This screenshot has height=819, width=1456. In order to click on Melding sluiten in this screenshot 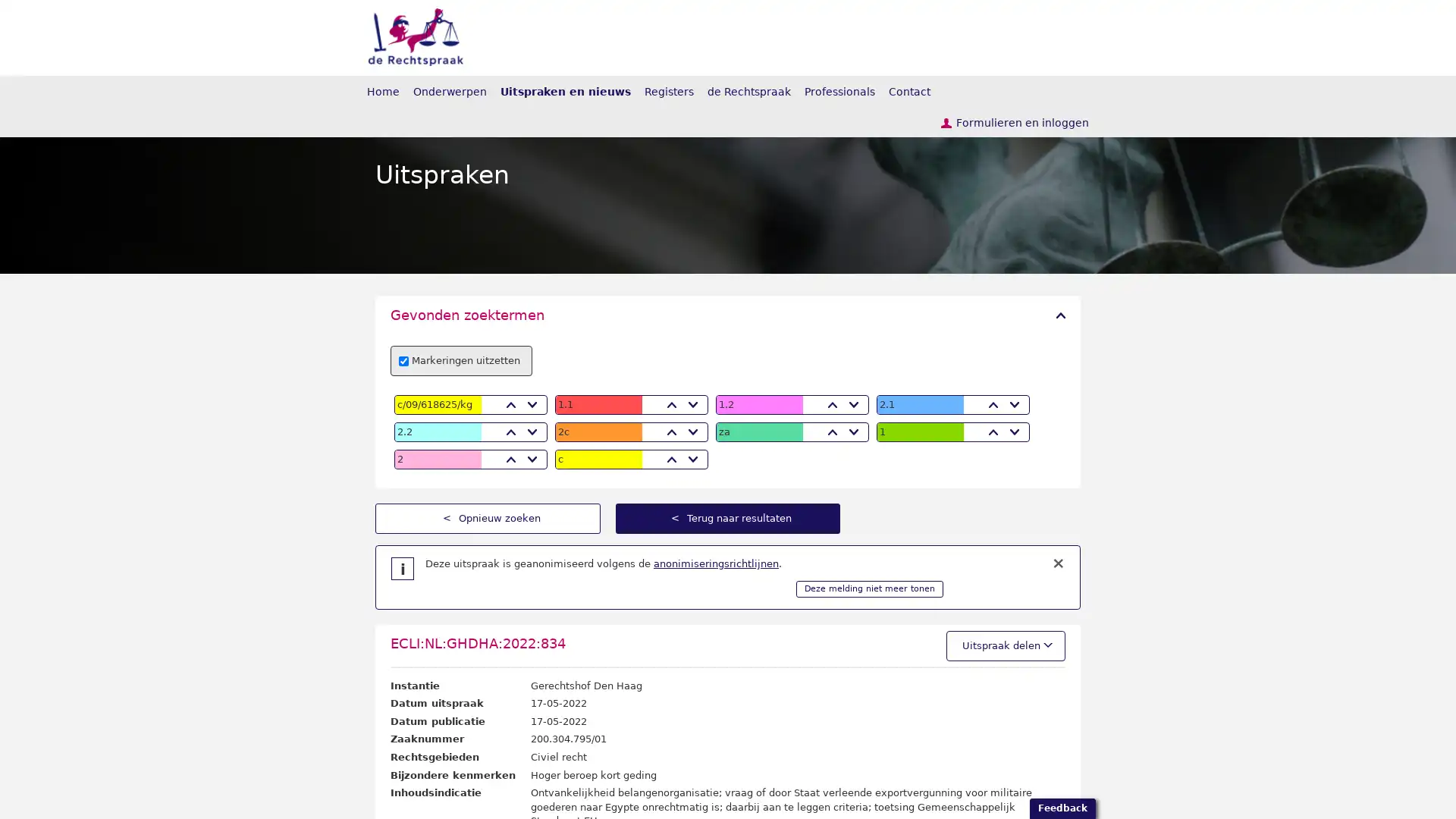, I will do `click(1058, 563)`.